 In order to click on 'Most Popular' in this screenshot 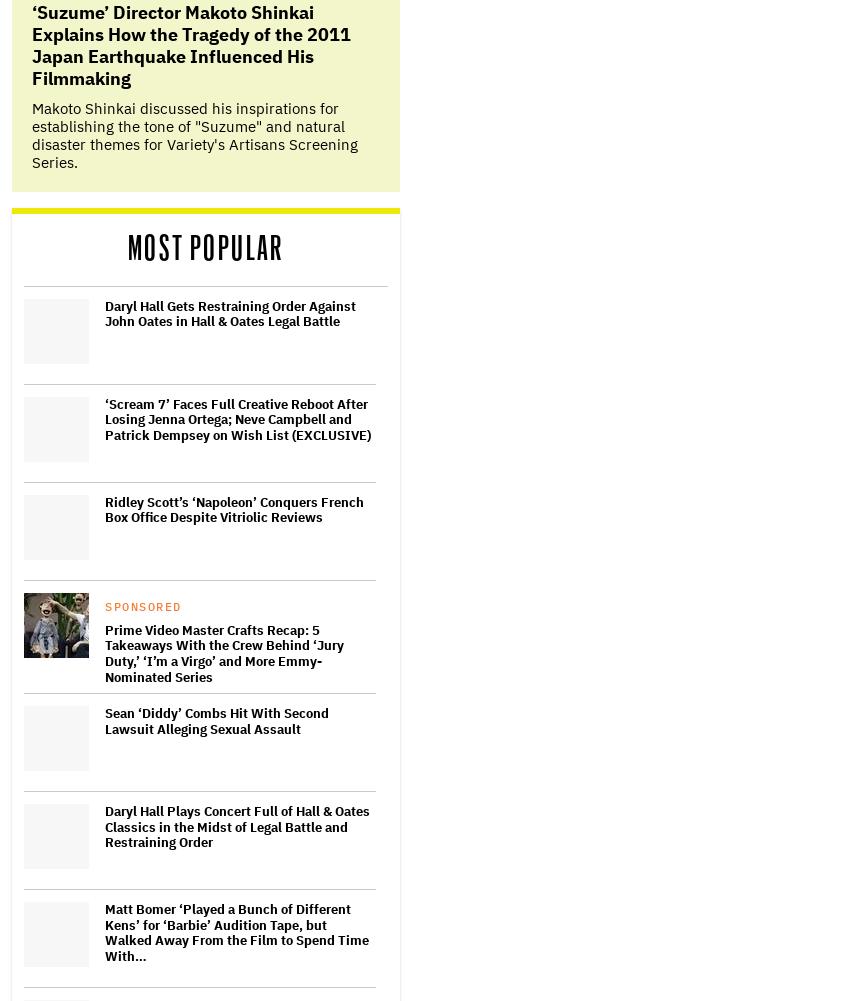, I will do `click(204, 248)`.